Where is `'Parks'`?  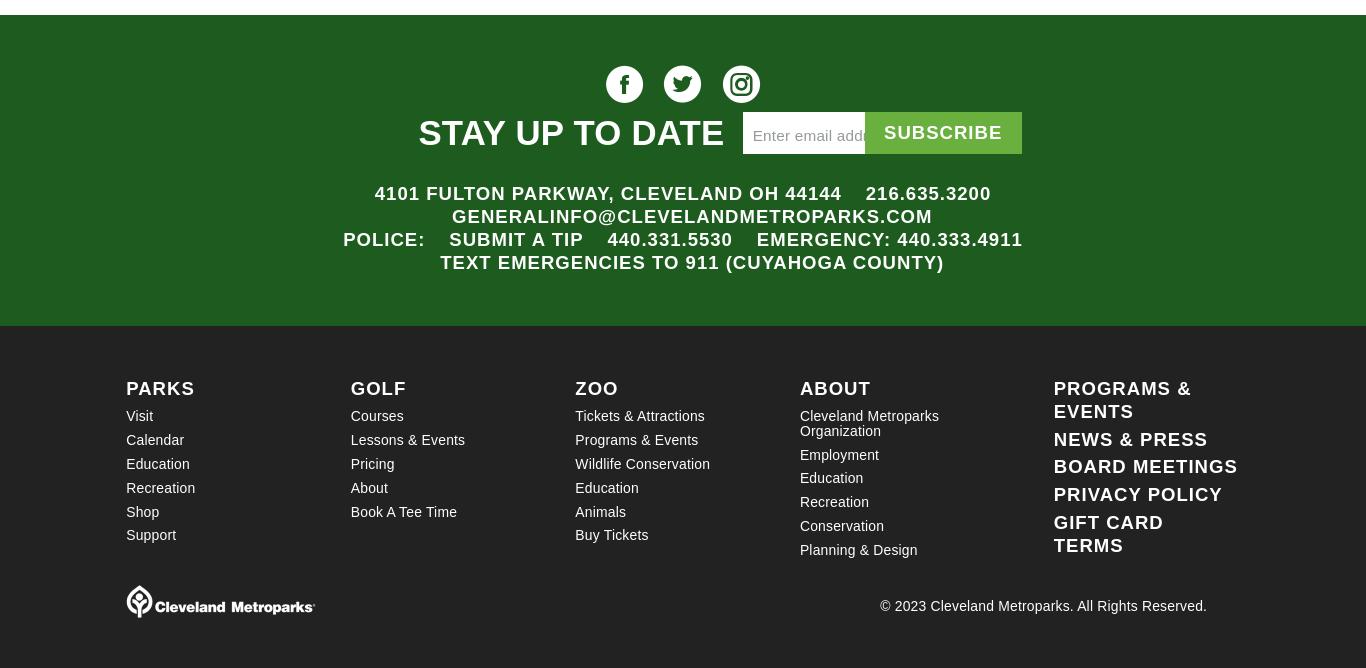
'Parks' is located at coordinates (158, 387).